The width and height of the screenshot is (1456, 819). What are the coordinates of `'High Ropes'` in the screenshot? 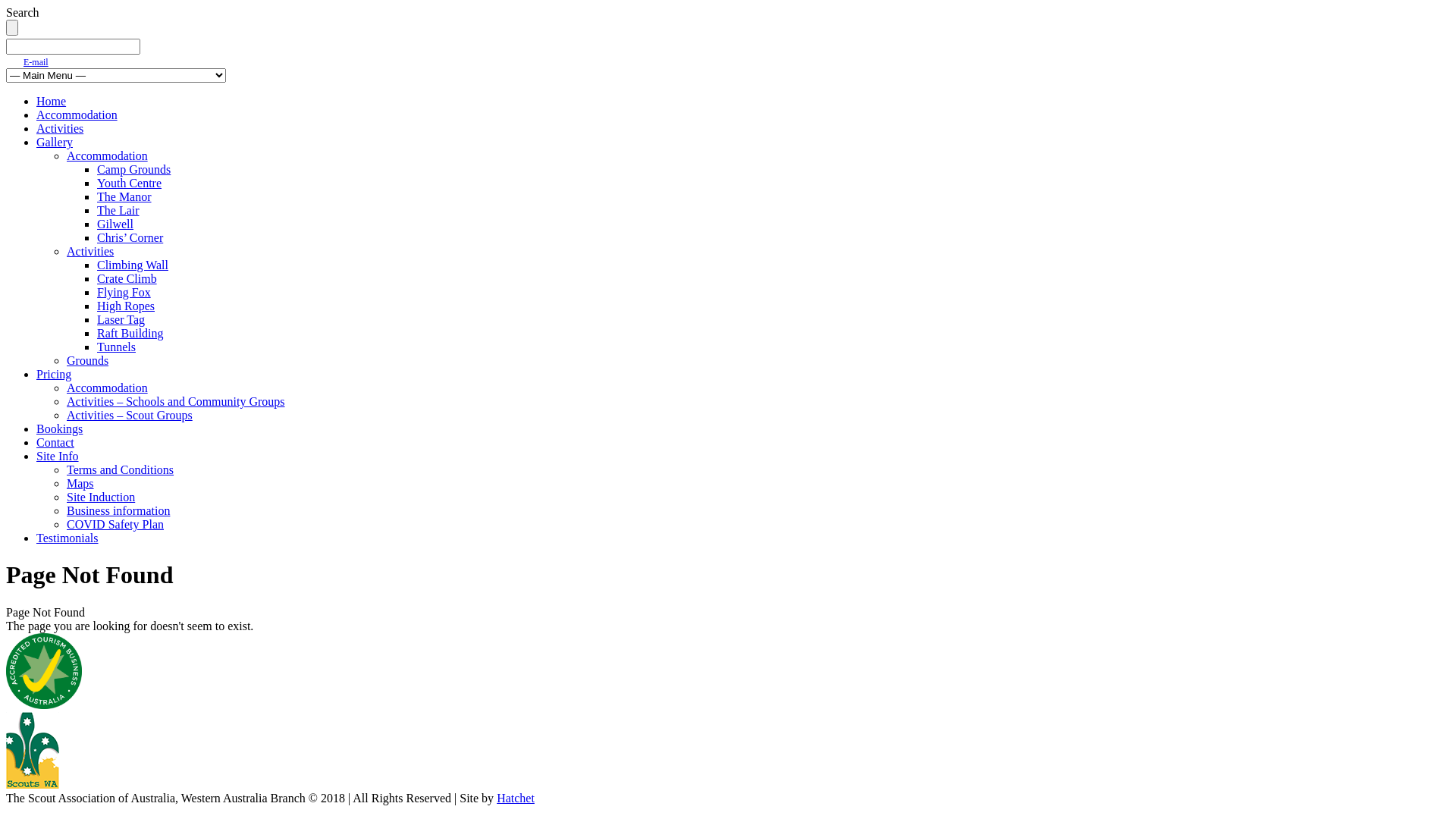 It's located at (96, 306).